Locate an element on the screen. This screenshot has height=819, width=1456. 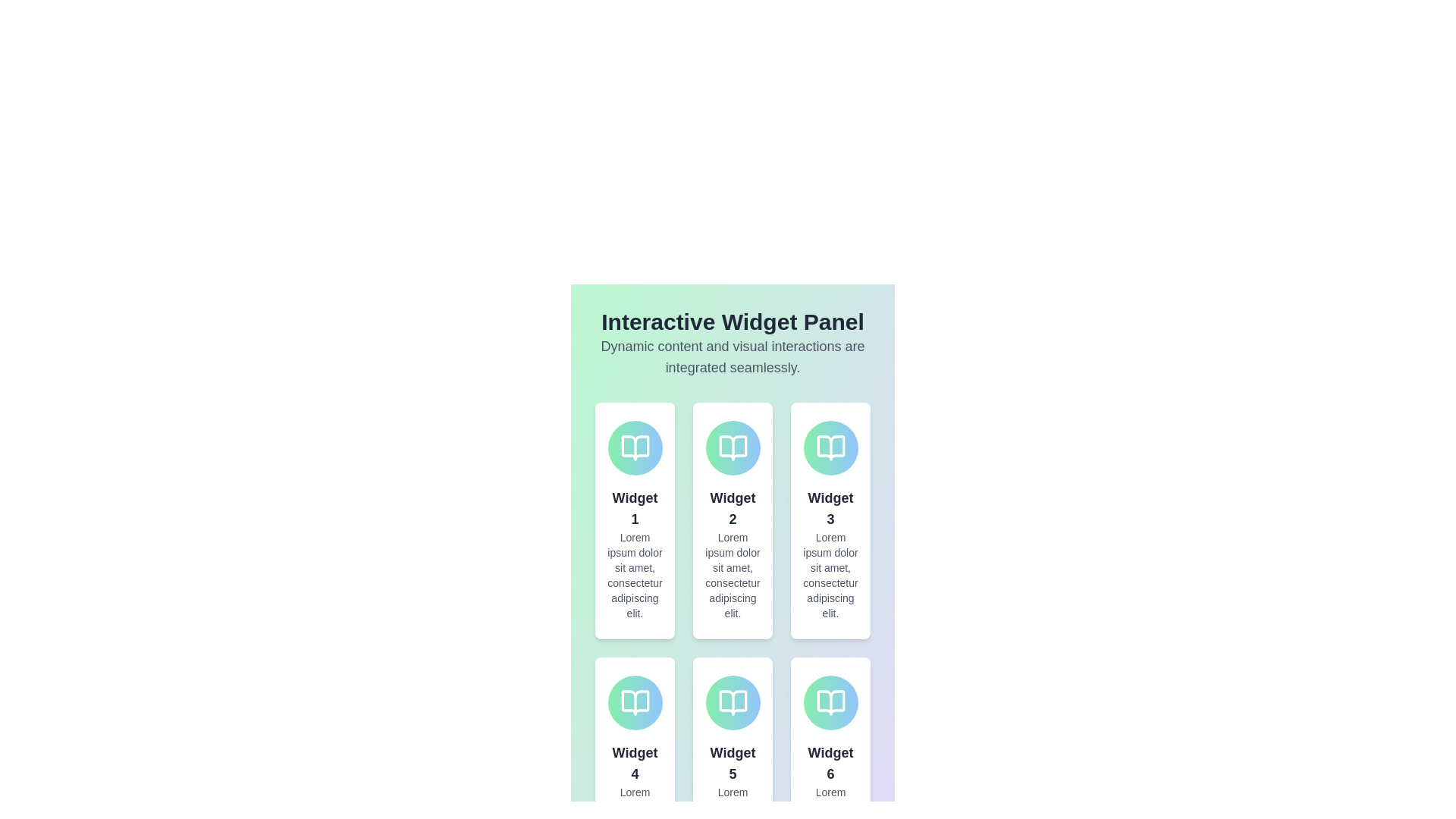
the associated context or content by clicking on the graphical icon located in the 'Widget 5' card, which is positioned above the text 'Widget 5.' is located at coordinates (733, 702).